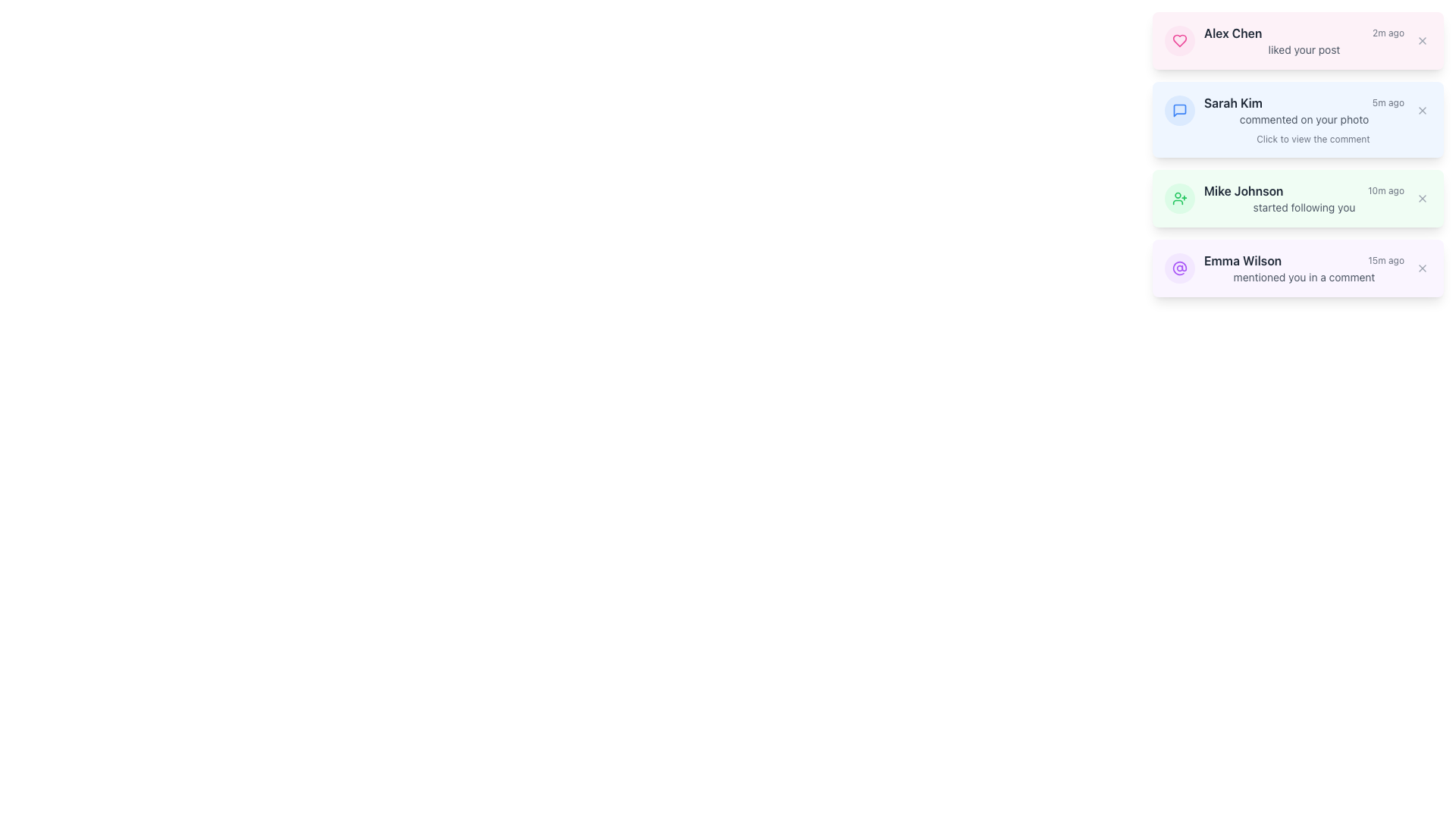  I want to click on the Text Label that displays the name of the user associated with the notification card, which is positioned at the top left within a green notification card, so click(1244, 190).